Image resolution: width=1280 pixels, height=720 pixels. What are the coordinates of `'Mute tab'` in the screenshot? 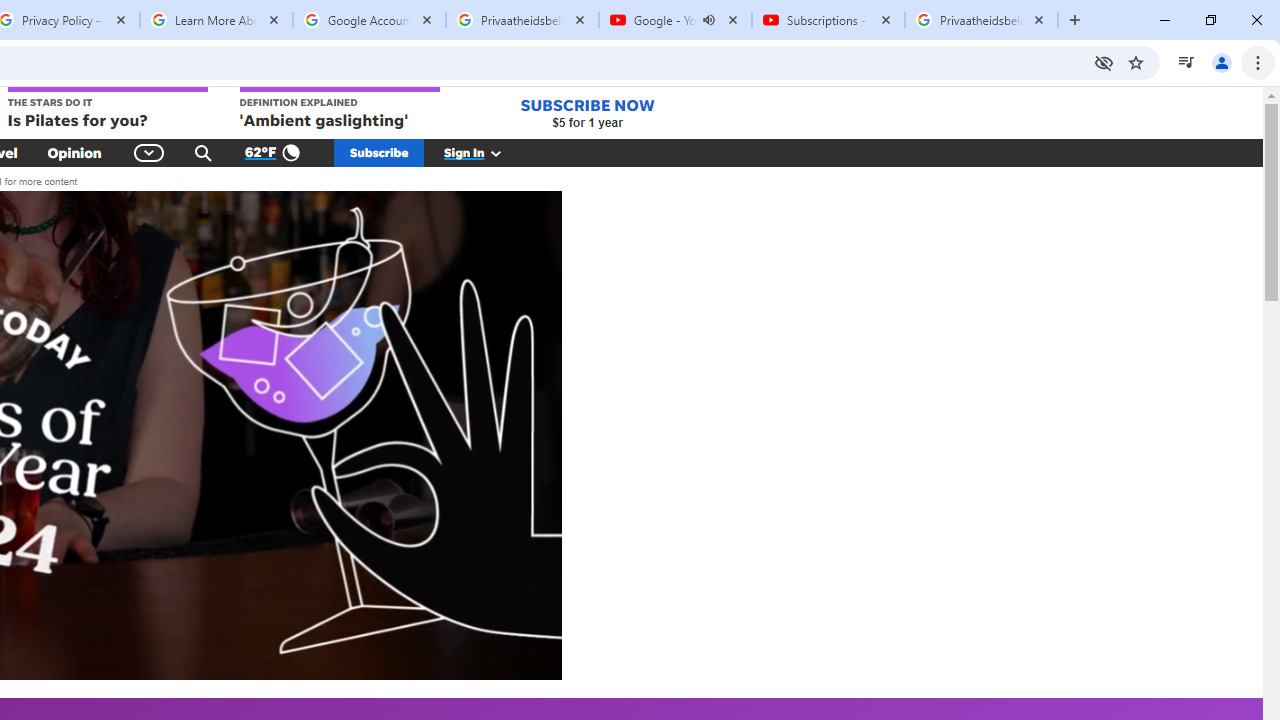 It's located at (709, 20).